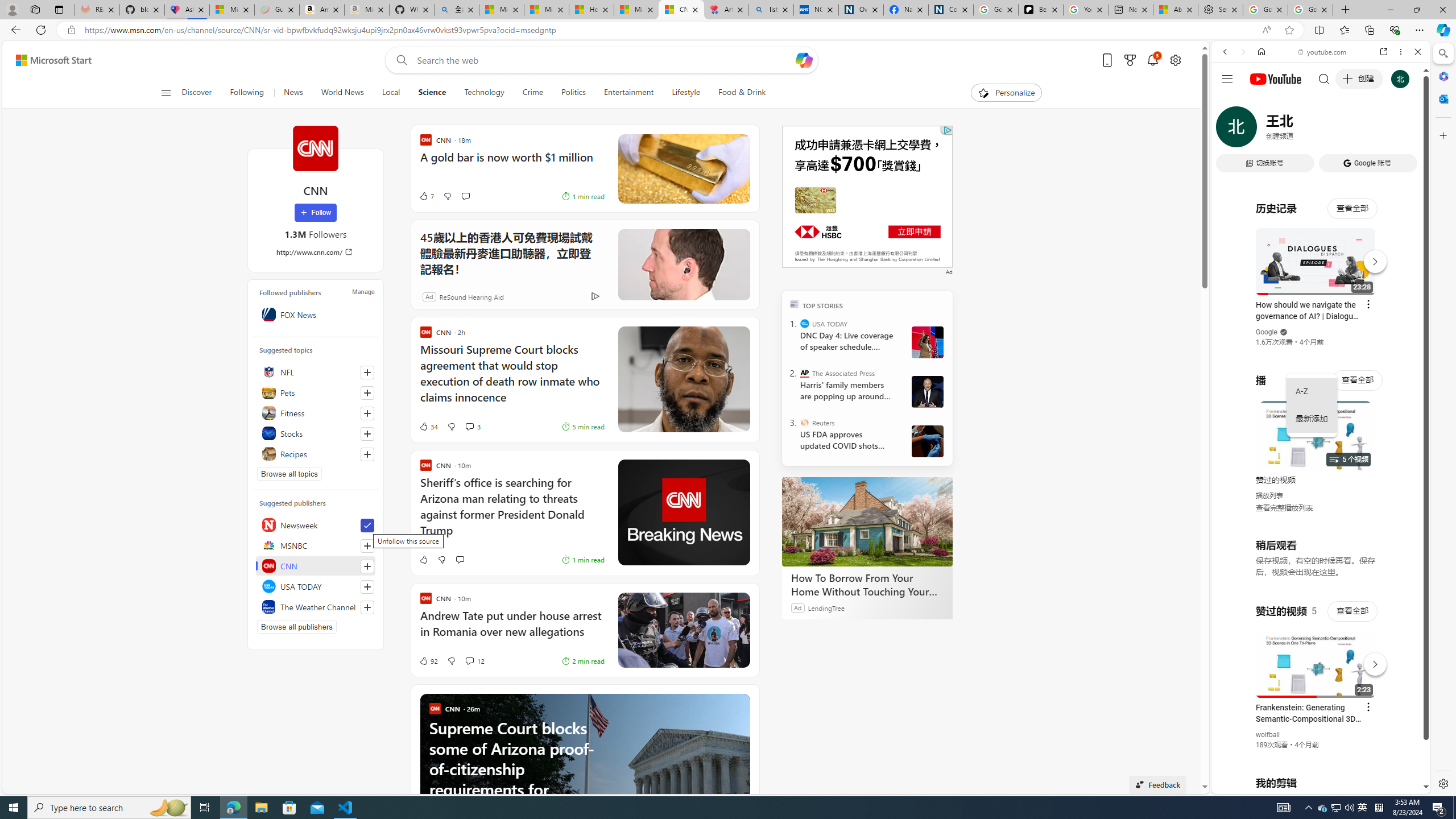 This screenshot has width=1456, height=819. Describe the element at coordinates (628, 92) in the screenshot. I see `'Entertainment'` at that location.